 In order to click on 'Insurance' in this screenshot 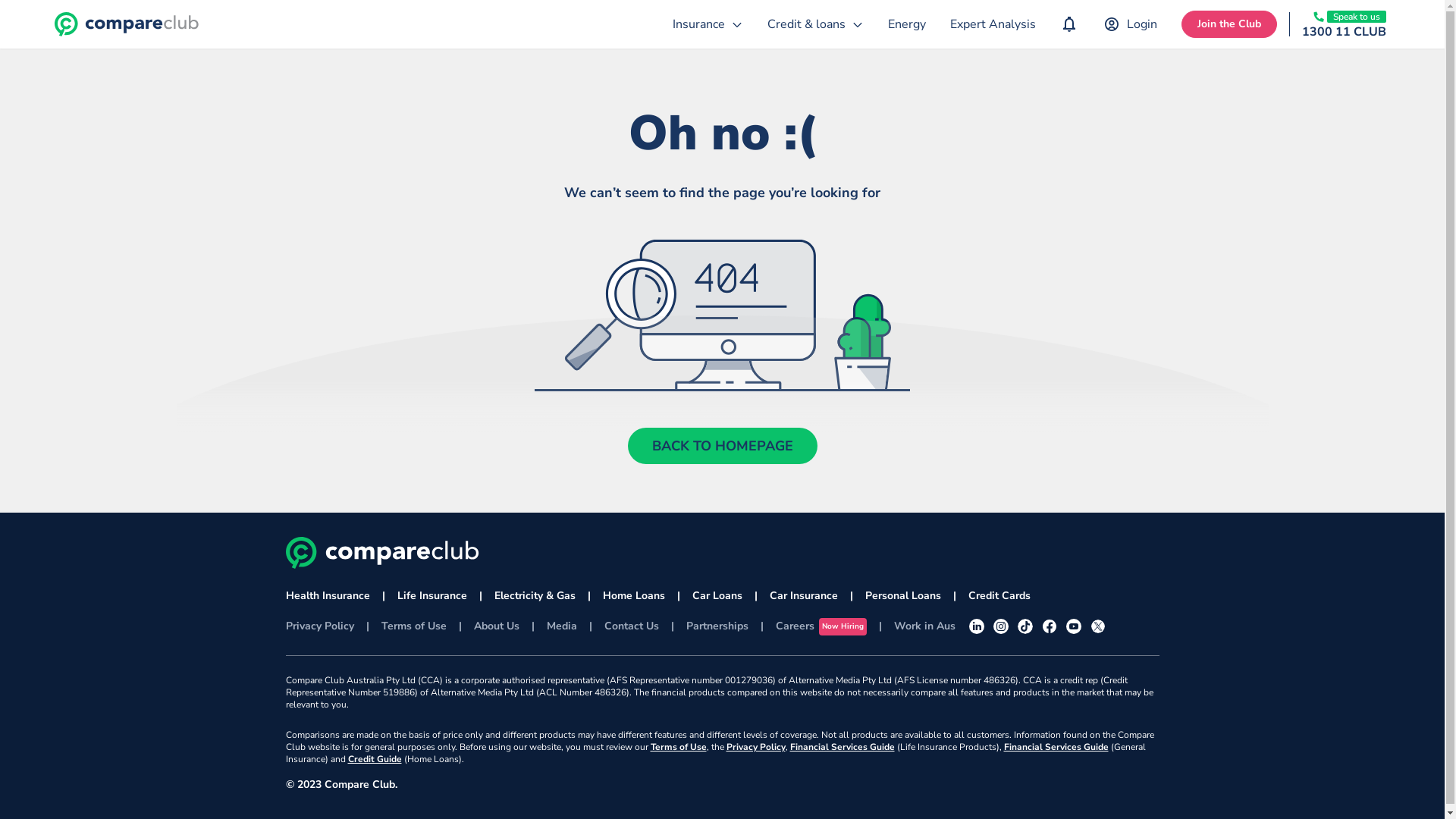, I will do `click(660, 24)`.